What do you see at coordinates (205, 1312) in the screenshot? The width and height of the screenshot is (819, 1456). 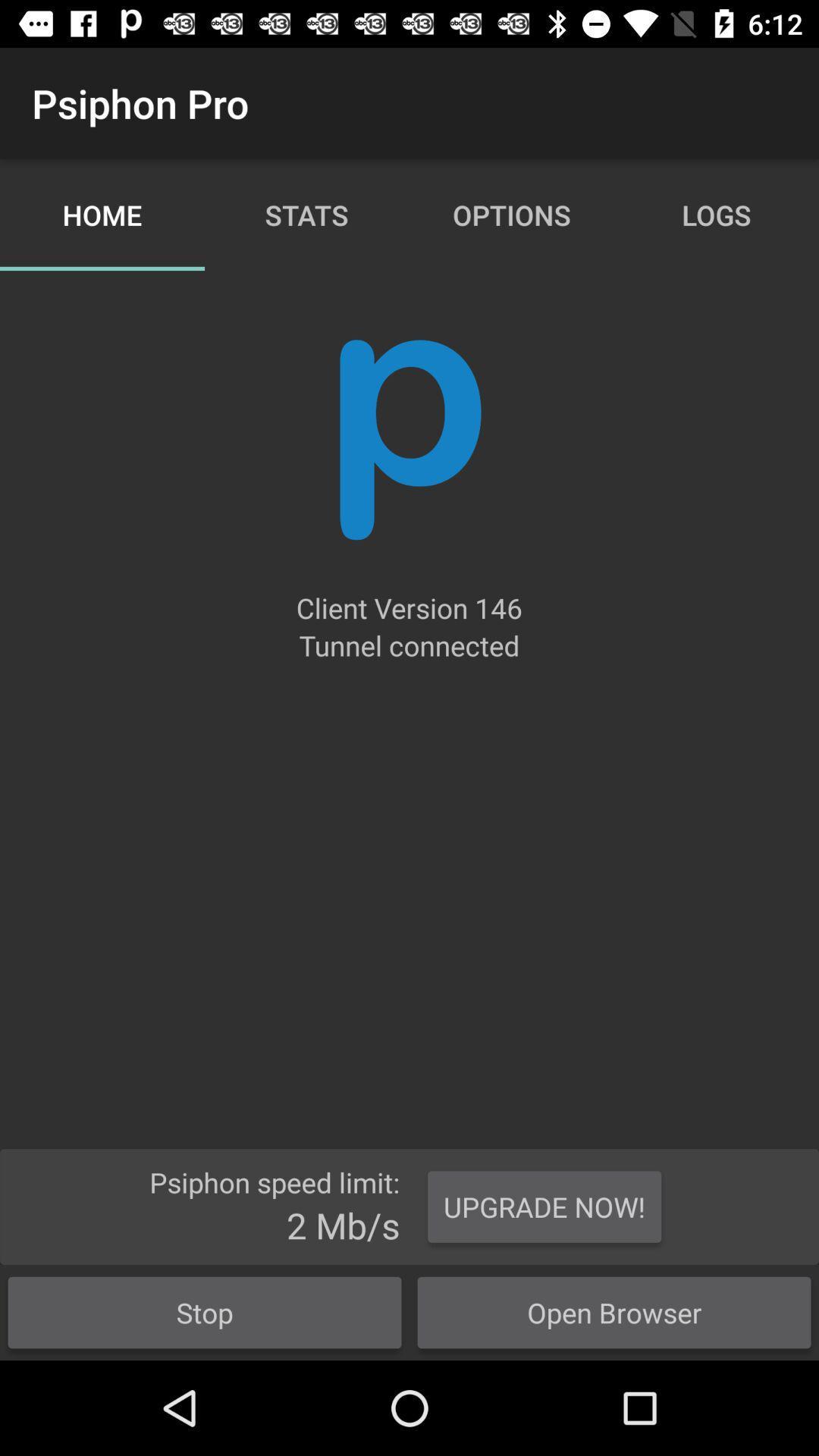 I see `the button at the bottom left corner` at bounding box center [205, 1312].